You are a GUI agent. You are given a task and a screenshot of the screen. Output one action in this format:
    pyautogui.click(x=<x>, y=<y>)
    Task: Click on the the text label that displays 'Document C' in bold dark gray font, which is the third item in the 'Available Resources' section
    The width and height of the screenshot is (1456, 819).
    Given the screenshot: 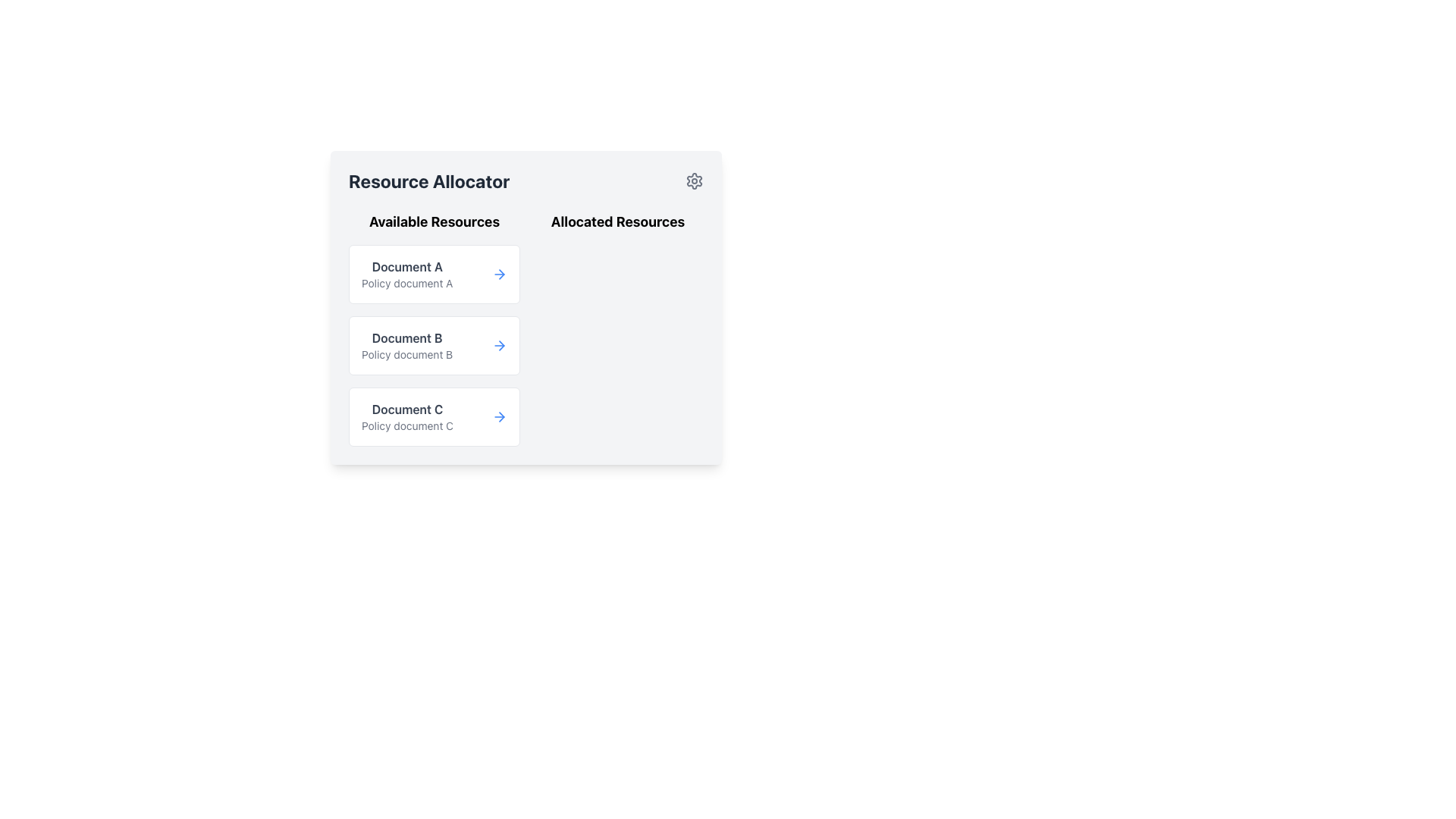 What is the action you would take?
    pyautogui.click(x=407, y=417)
    